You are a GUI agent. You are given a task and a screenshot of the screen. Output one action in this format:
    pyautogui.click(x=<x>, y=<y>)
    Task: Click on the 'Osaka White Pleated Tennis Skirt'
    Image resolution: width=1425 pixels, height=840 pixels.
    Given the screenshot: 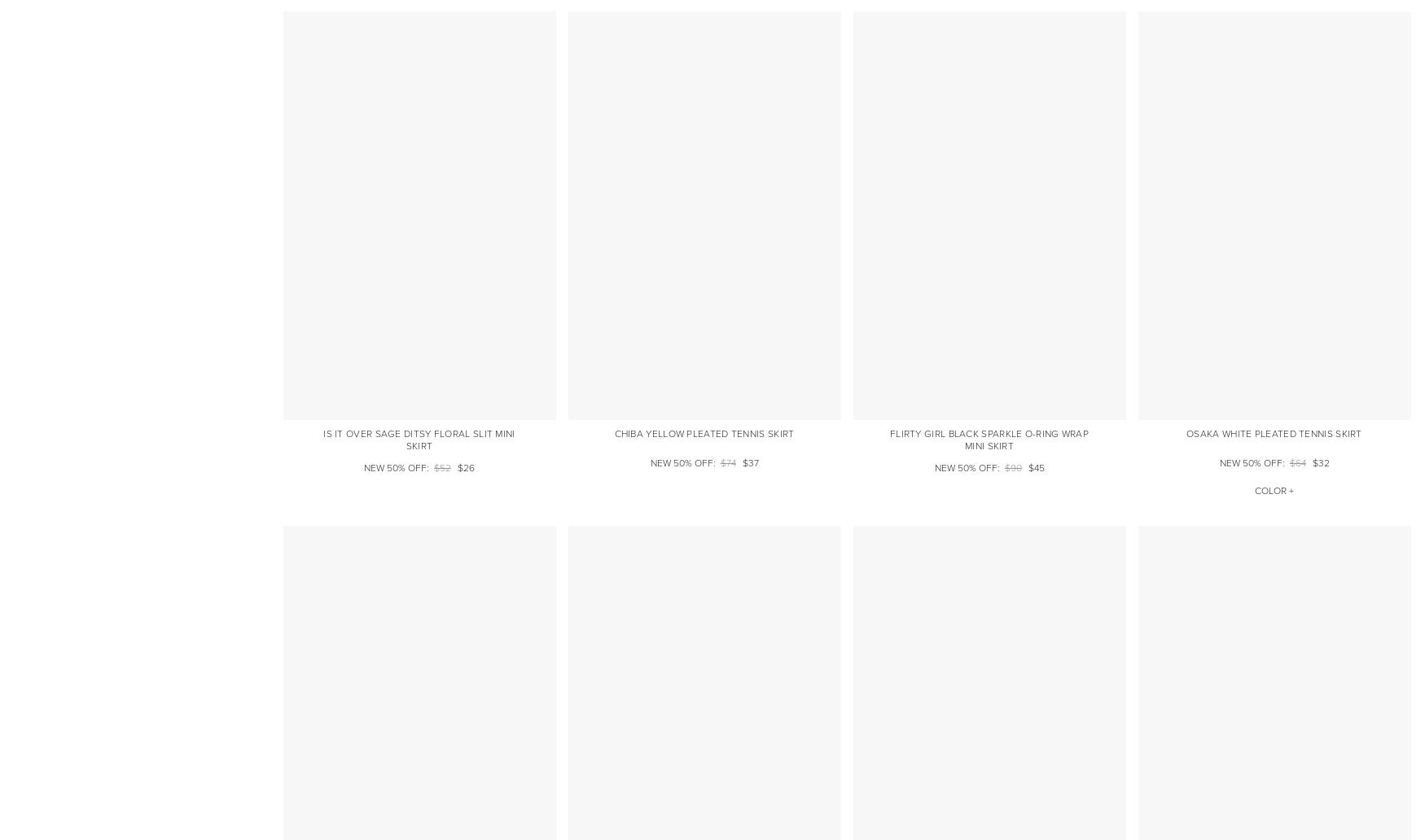 What is the action you would take?
    pyautogui.click(x=1274, y=434)
    